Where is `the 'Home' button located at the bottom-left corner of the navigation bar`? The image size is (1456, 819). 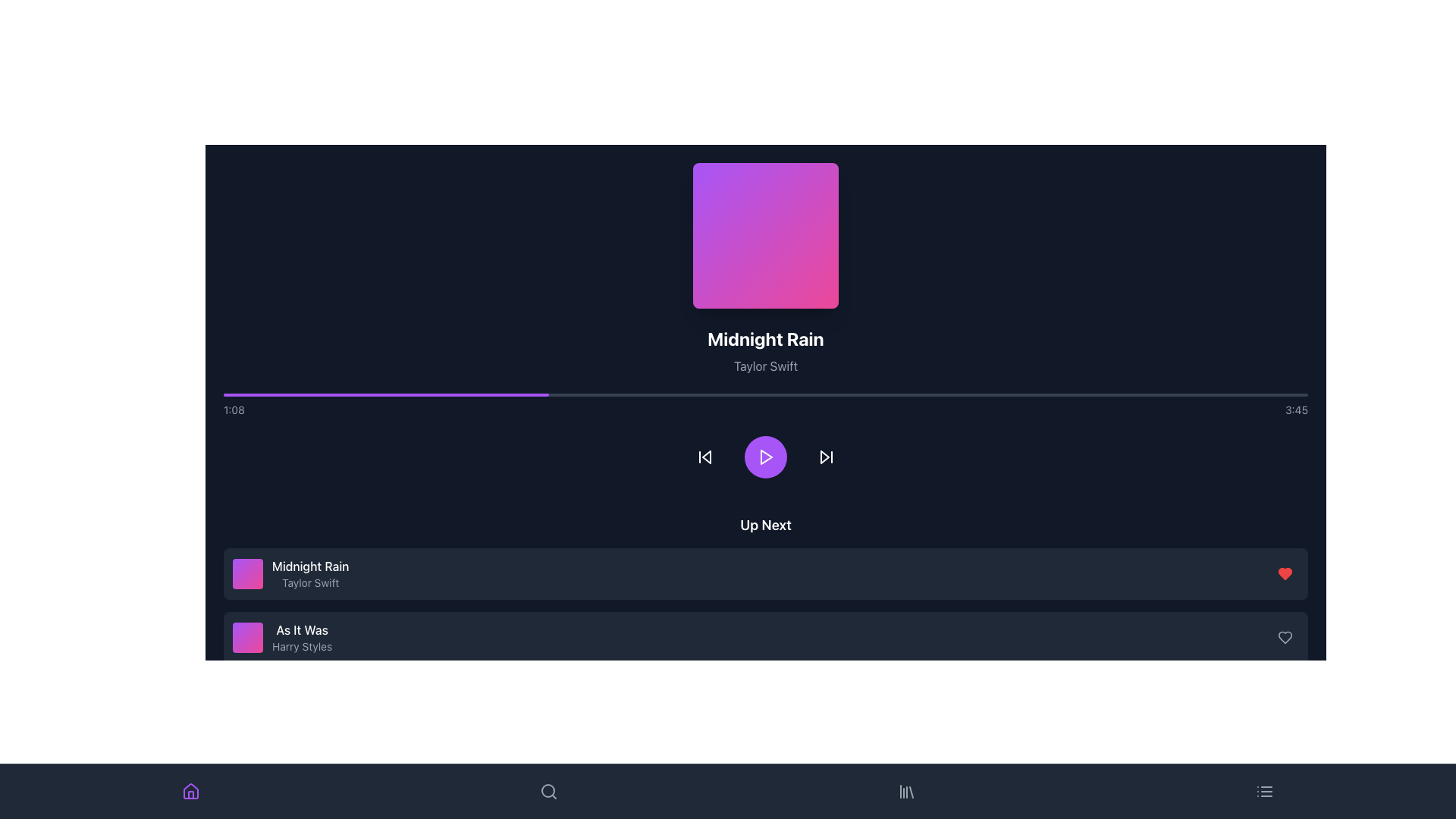 the 'Home' button located at the bottom-left corner of the navigation bar is located at coordinates (190, 791).